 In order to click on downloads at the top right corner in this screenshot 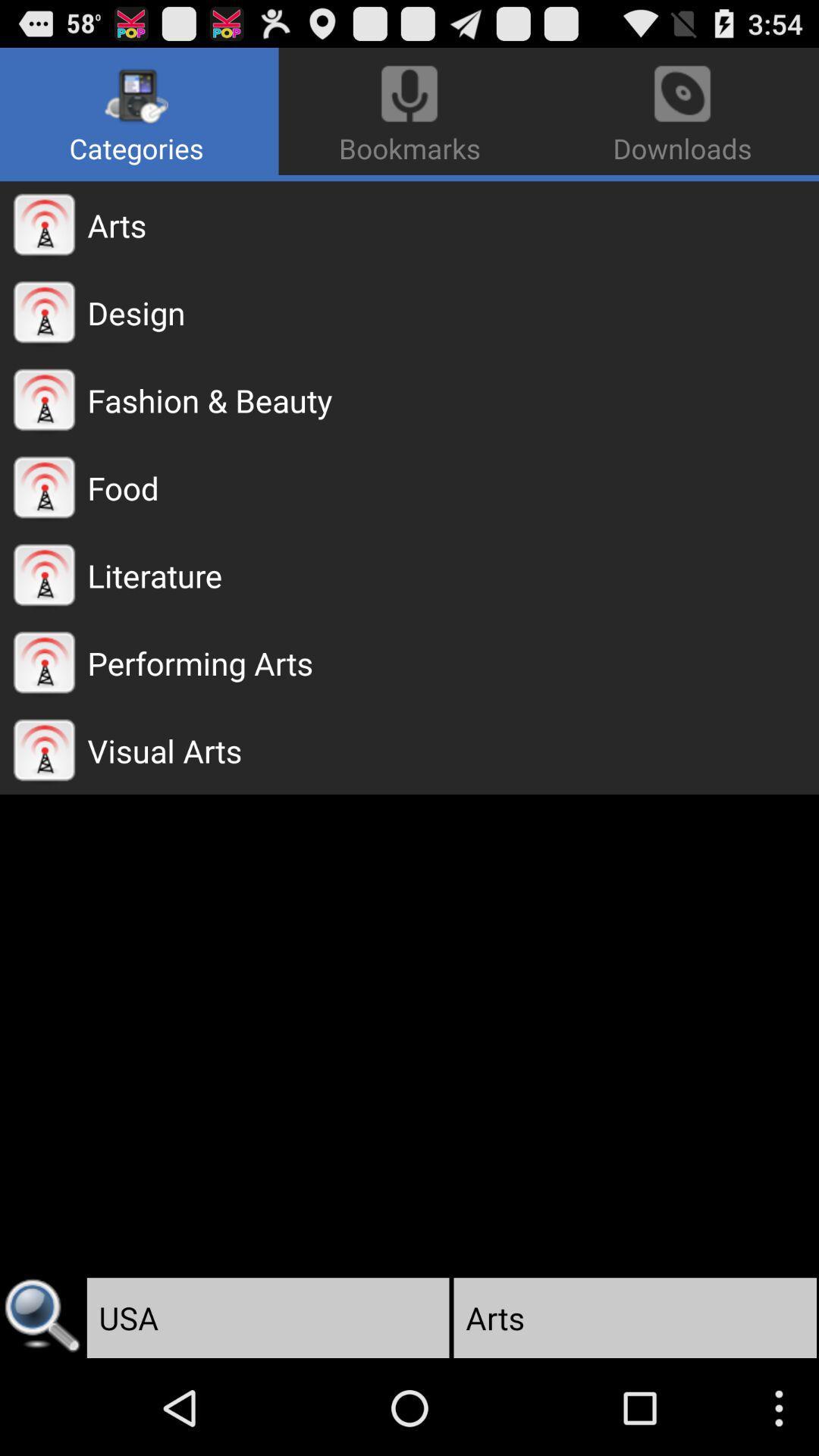, I will do `click(679, 111)`.